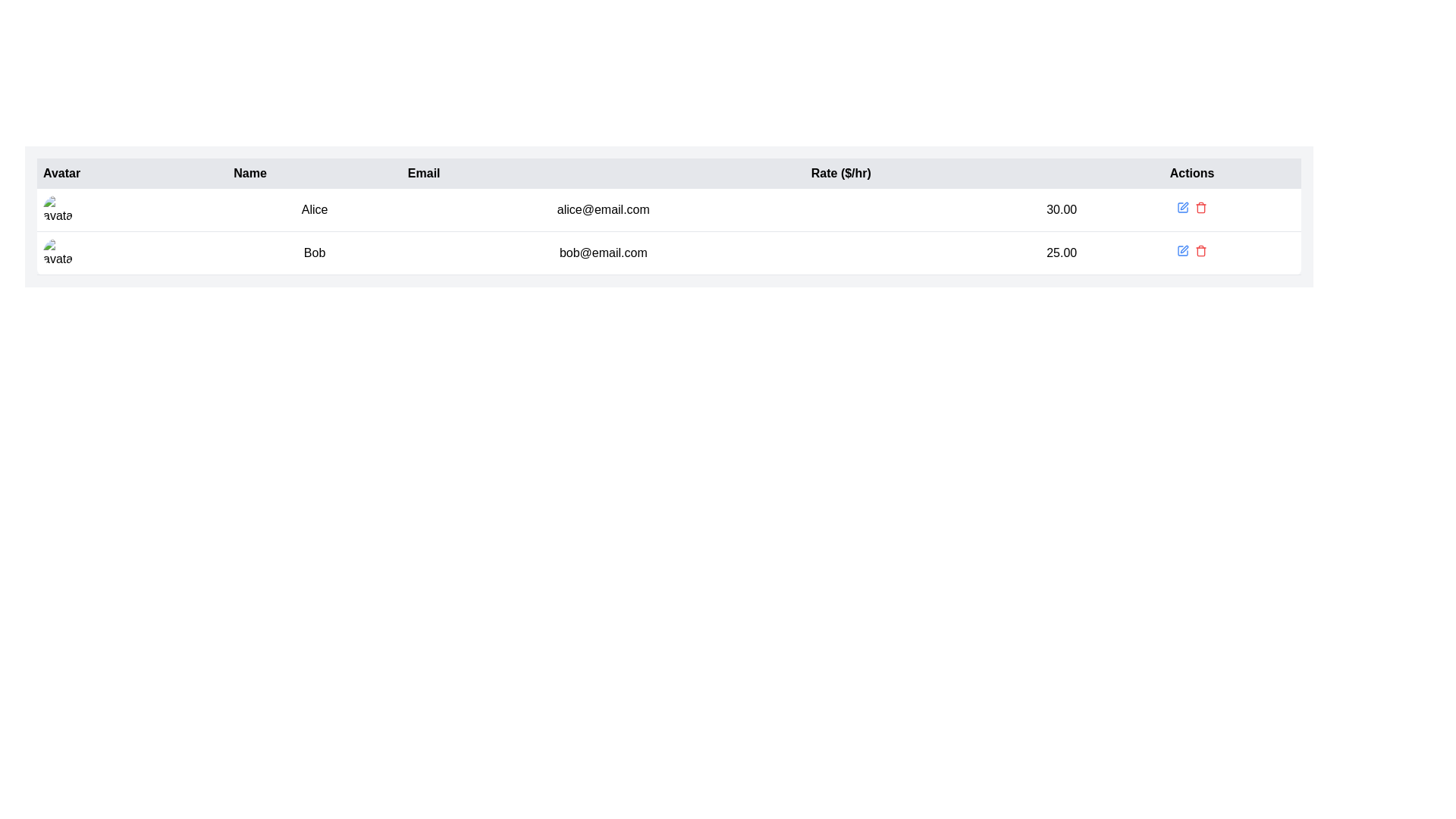 The image size is (1456, 819). What do you see at coordinates (1191, 172) in the screenshot?
I see `the Table Header Label displaying the word 'Actions', which is styled with a centered alignment in bold black font on a light gray background, located at the top-right corner of the table heading` at bounding box center [1191, 172].